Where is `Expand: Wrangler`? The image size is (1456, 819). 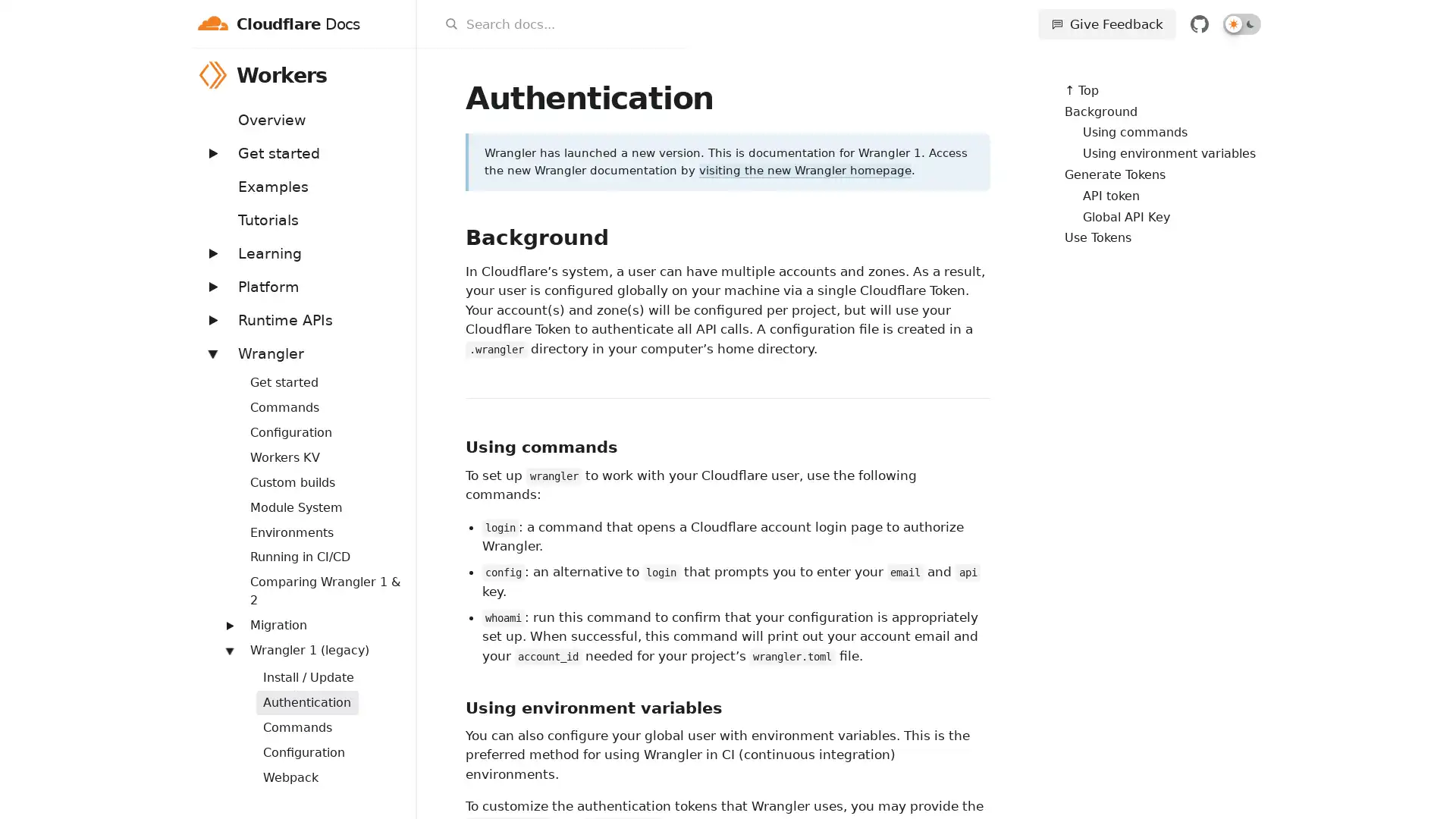
Expand: Wrangler is located at coordinates (211, 353).